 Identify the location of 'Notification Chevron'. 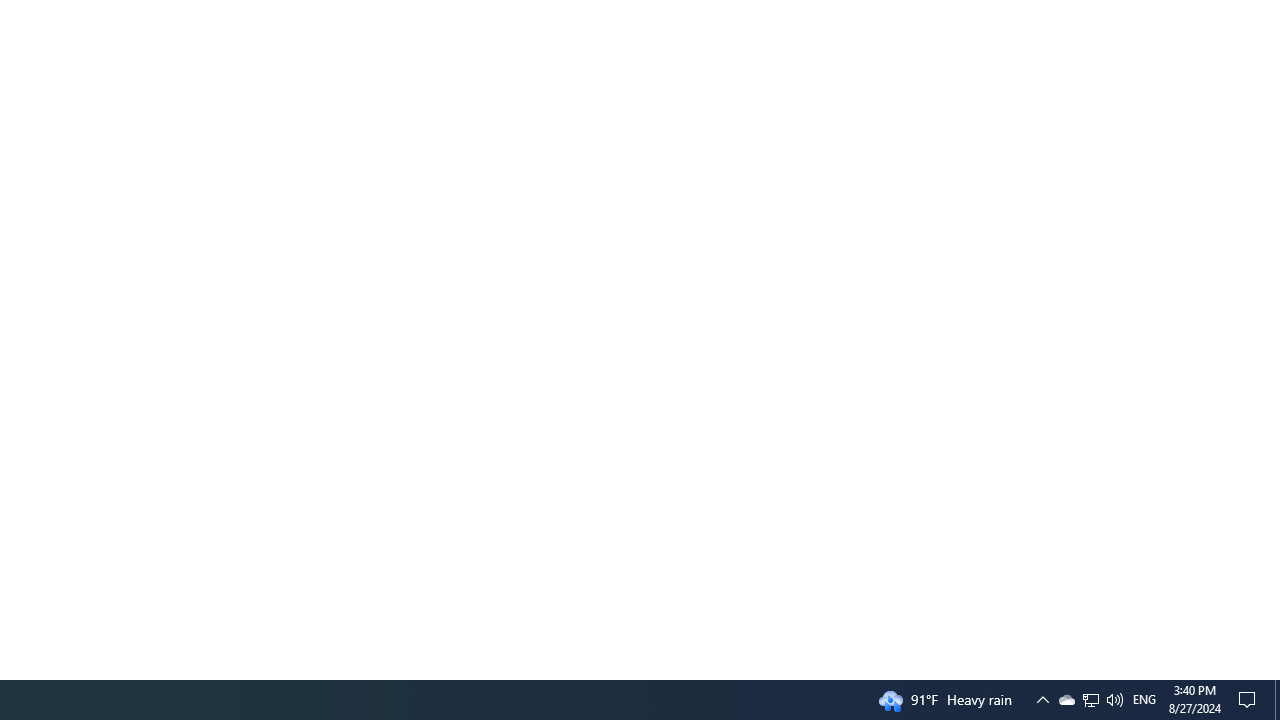
(1065, 698).